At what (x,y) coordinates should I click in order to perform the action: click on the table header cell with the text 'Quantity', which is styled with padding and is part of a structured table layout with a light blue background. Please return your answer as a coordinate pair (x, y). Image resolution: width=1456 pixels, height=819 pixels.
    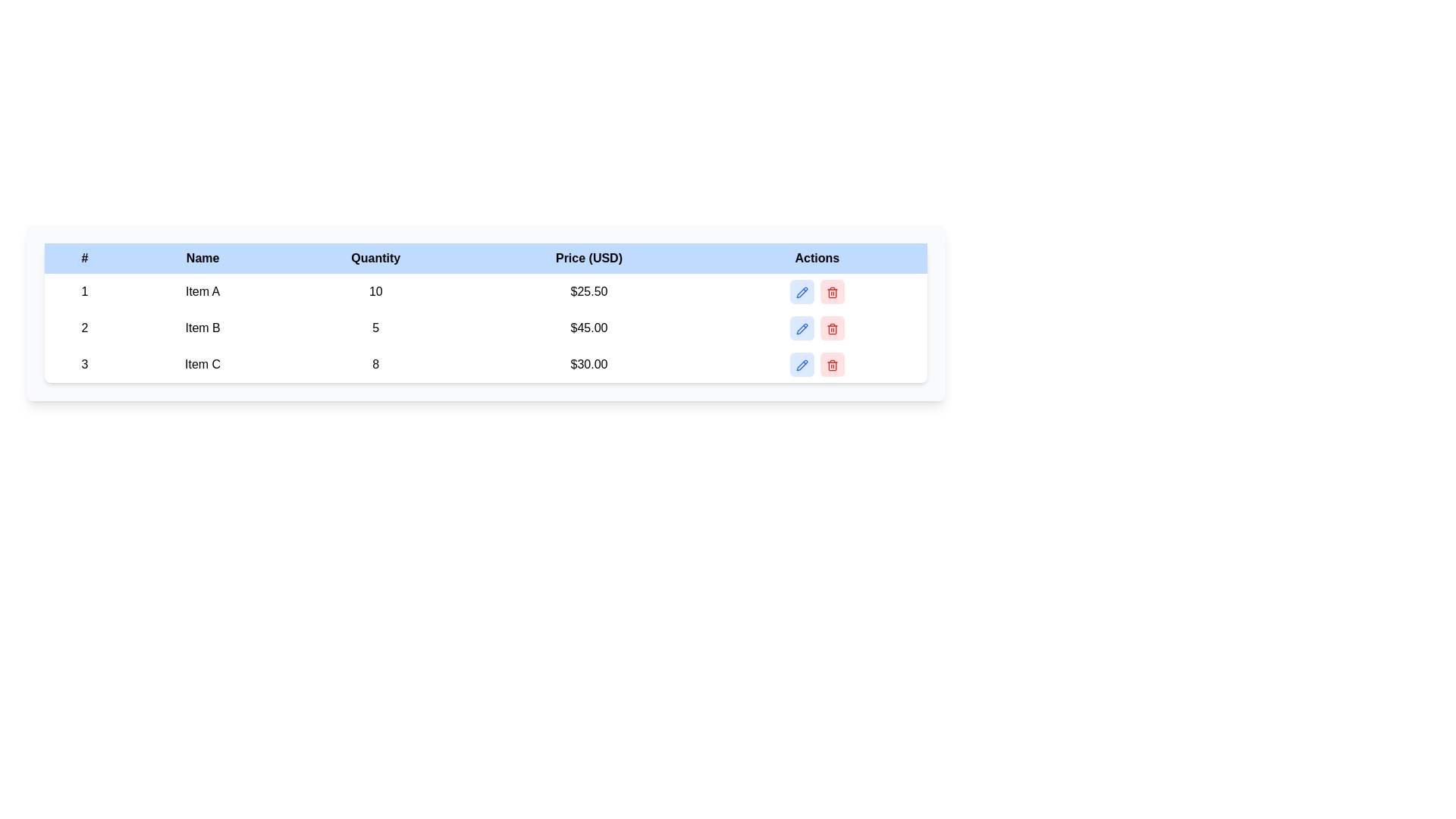
    Looking at the image, I should click on (375, 257).